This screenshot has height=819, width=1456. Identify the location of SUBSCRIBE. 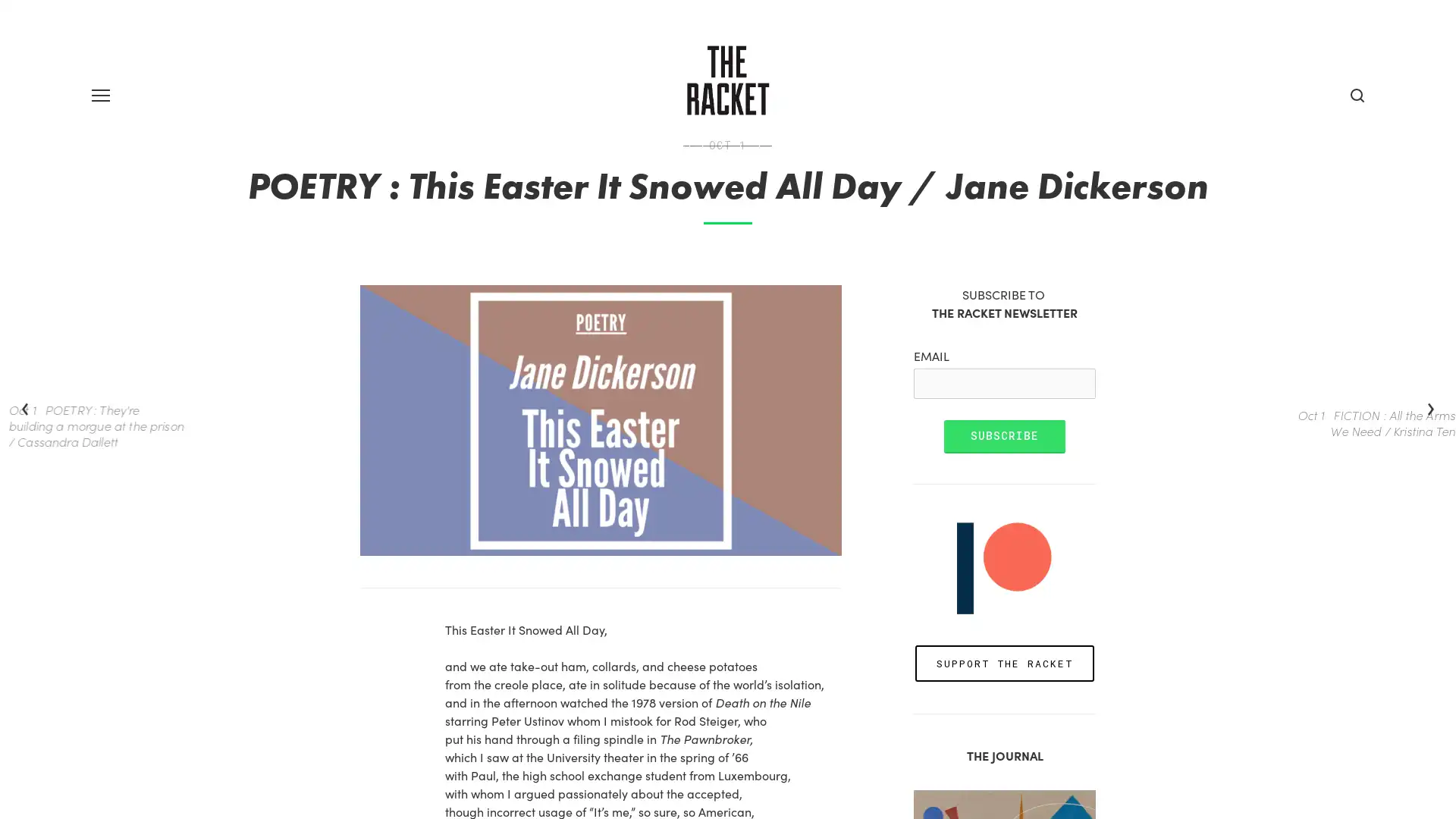
(1004, 488).